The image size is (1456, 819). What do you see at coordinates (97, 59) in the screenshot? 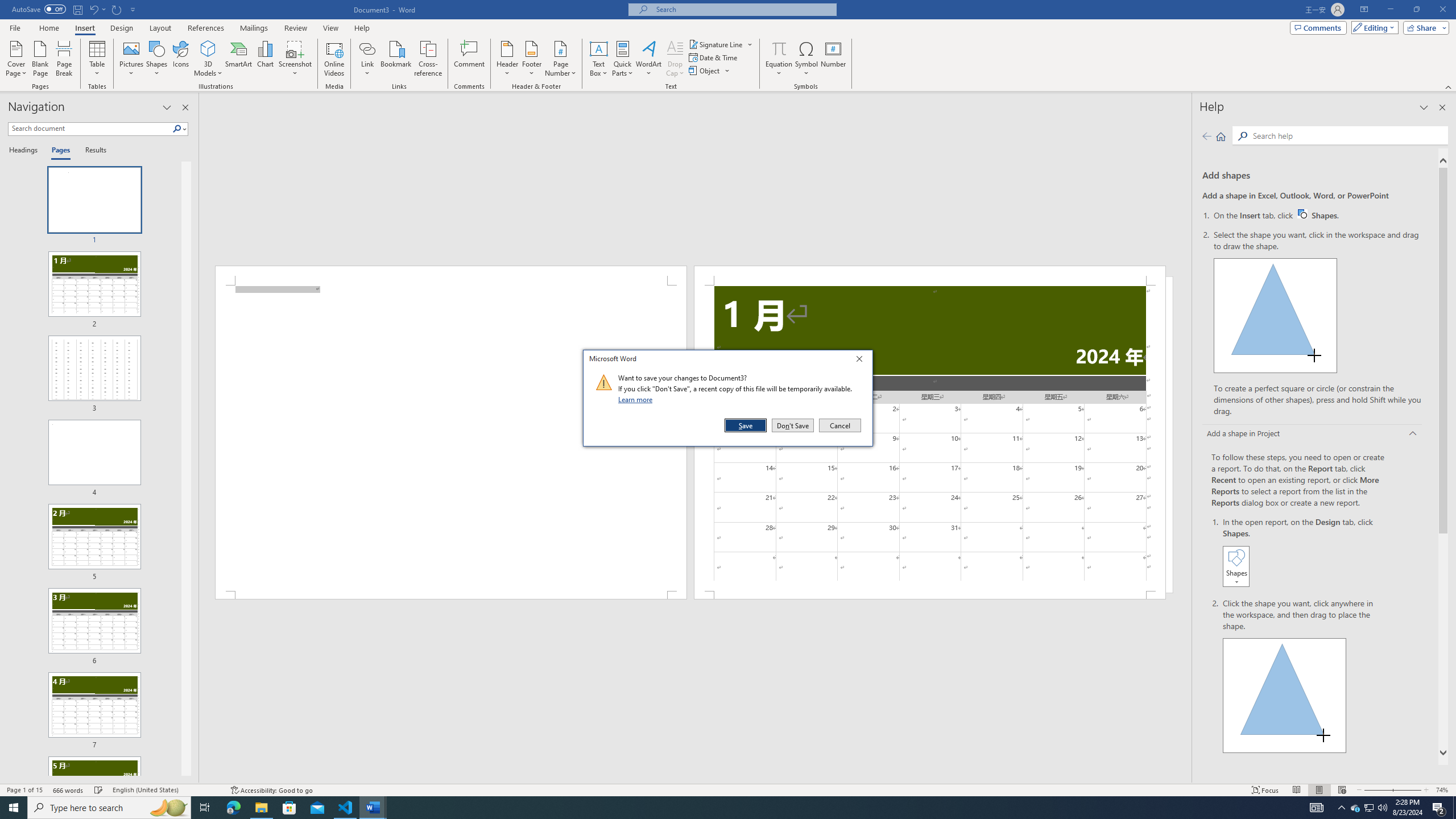
I see `'Table'` at bounding box center [97, 59].